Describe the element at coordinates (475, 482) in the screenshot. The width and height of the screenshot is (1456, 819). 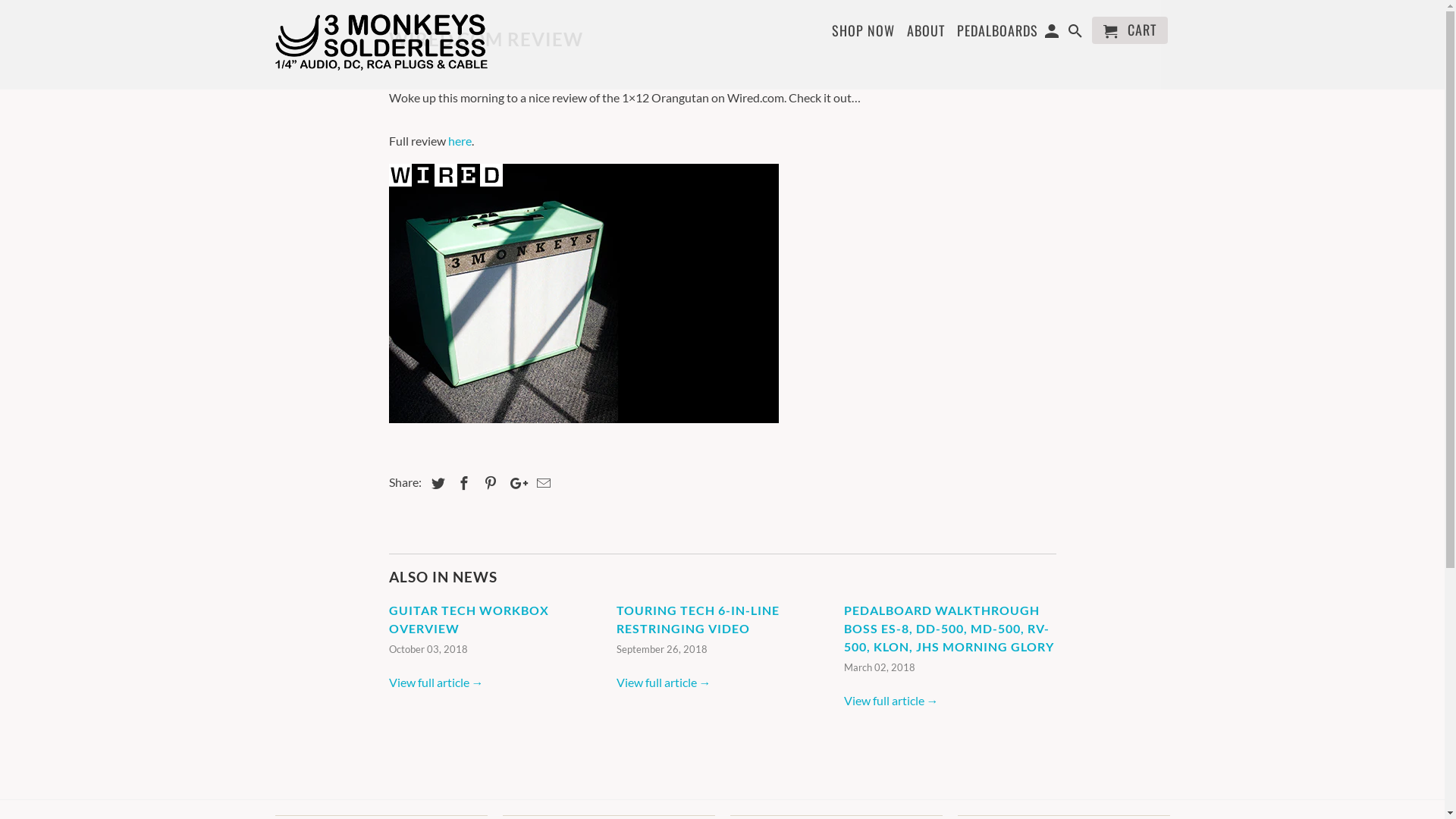
I see `'Share this on Pinterest'` at that location.